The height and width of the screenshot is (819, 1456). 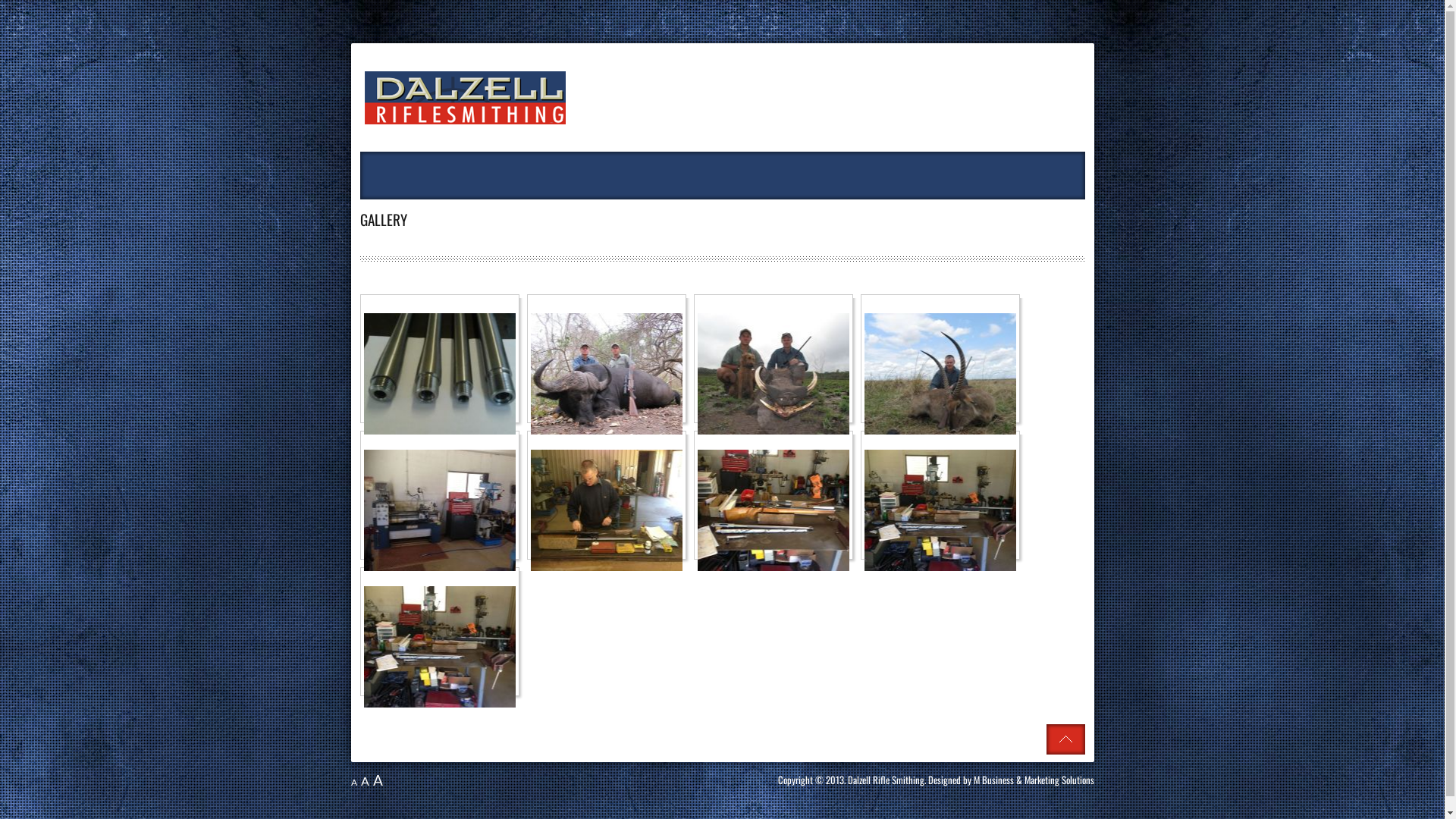 What do you see at coordinates (939, 374) in the screenshot?
I see `'Click to enlarge image IMG_0834.jpg'` at bounding box center [939, 374].